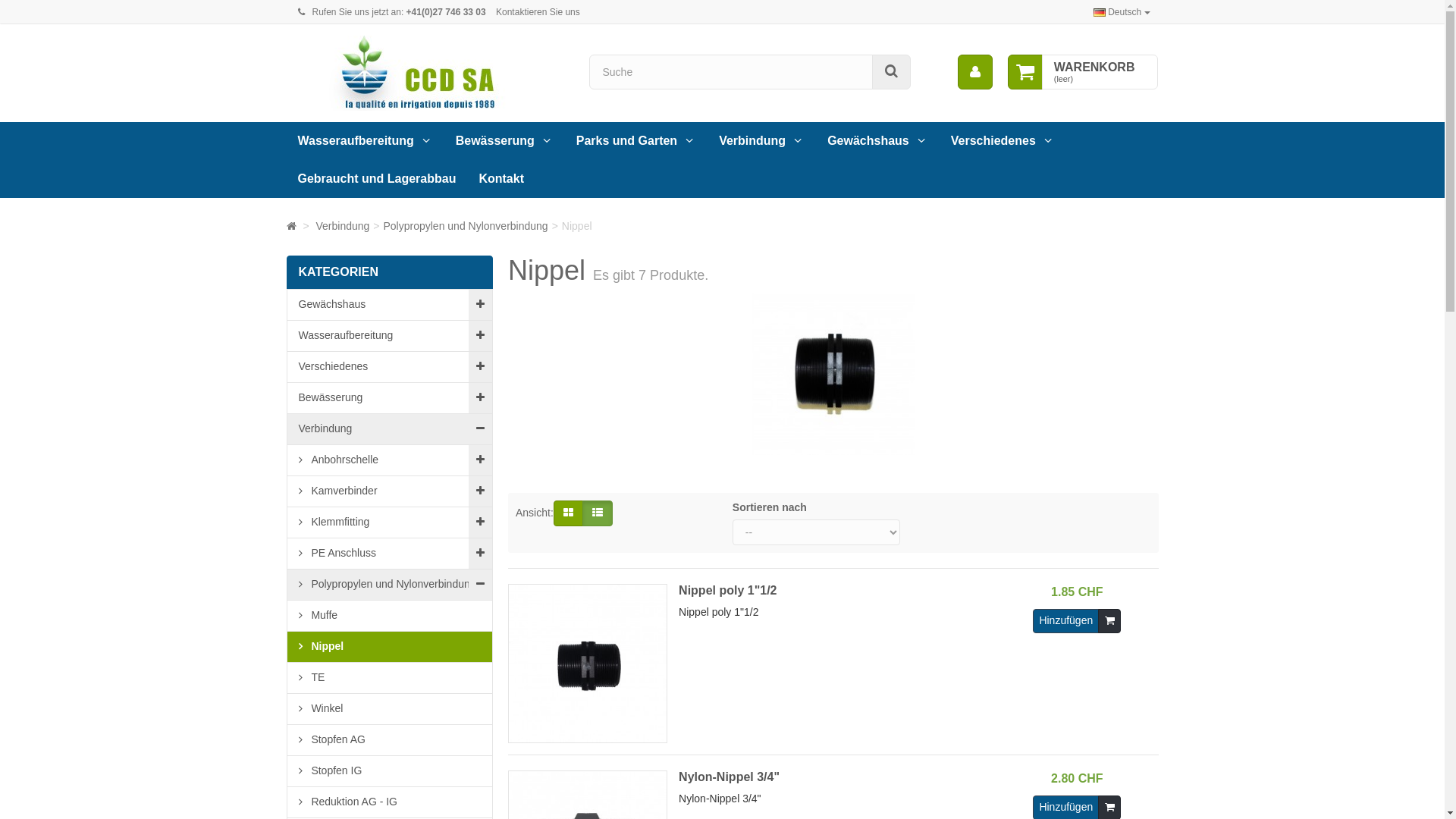 The height and width of the screenshot is (819, 1456). What do you see at coordinates (365, 140) in the screenshot?
I see `'Wasseraufbereitung'` at bounding box center [365, 140].